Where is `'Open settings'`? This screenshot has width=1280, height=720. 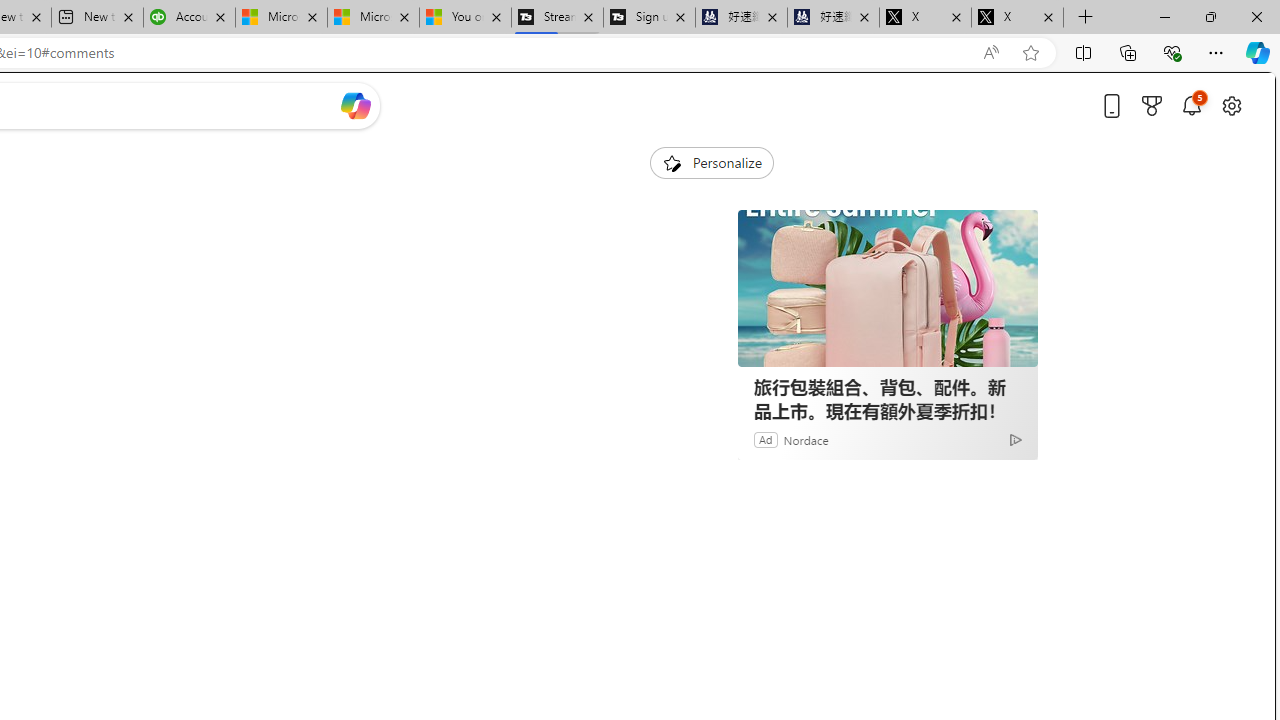
'Open settings' is located at coordinates (1231, 105).